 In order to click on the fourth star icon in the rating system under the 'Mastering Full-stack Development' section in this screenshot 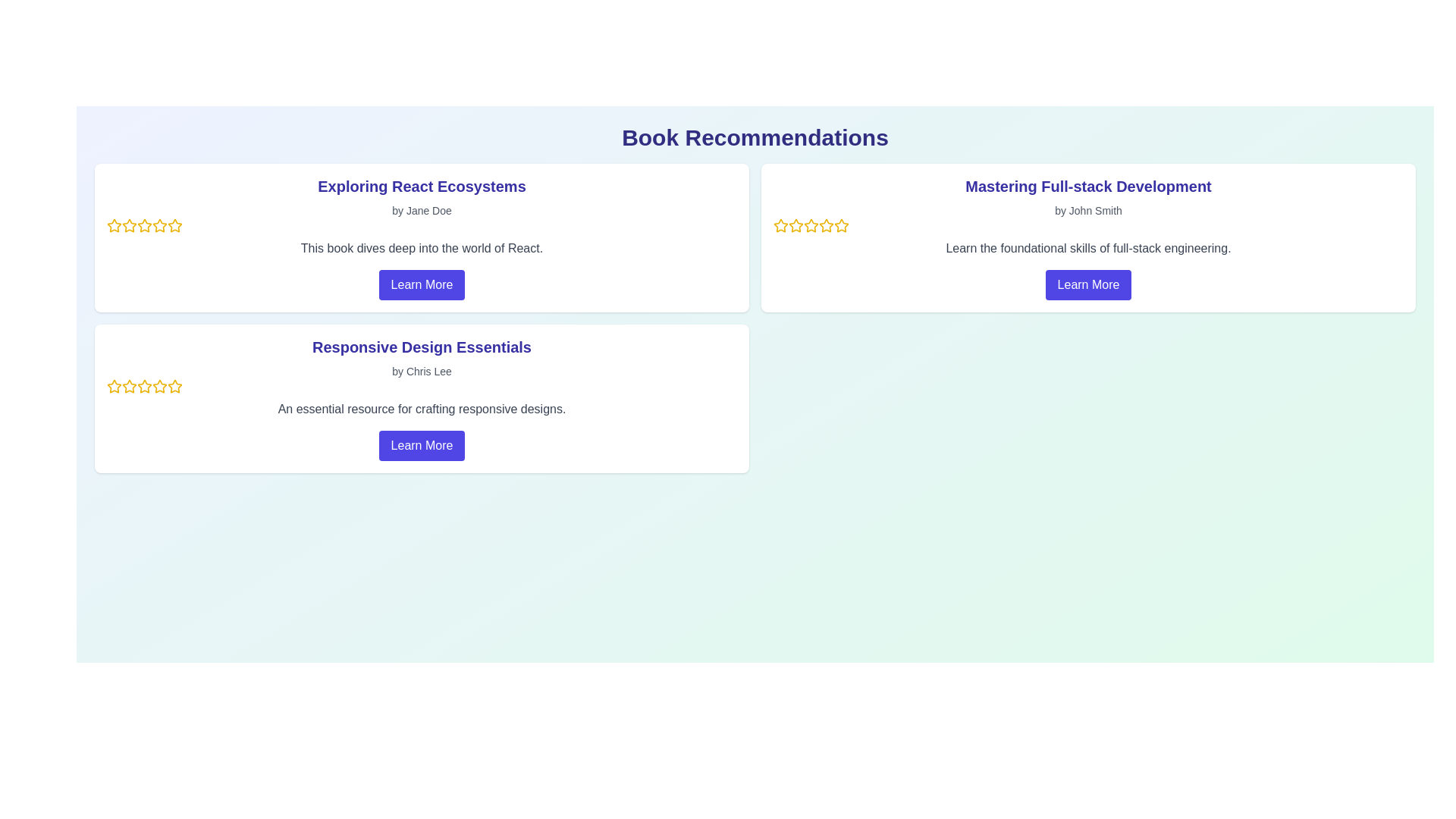, I will do `click(840, 225)`.